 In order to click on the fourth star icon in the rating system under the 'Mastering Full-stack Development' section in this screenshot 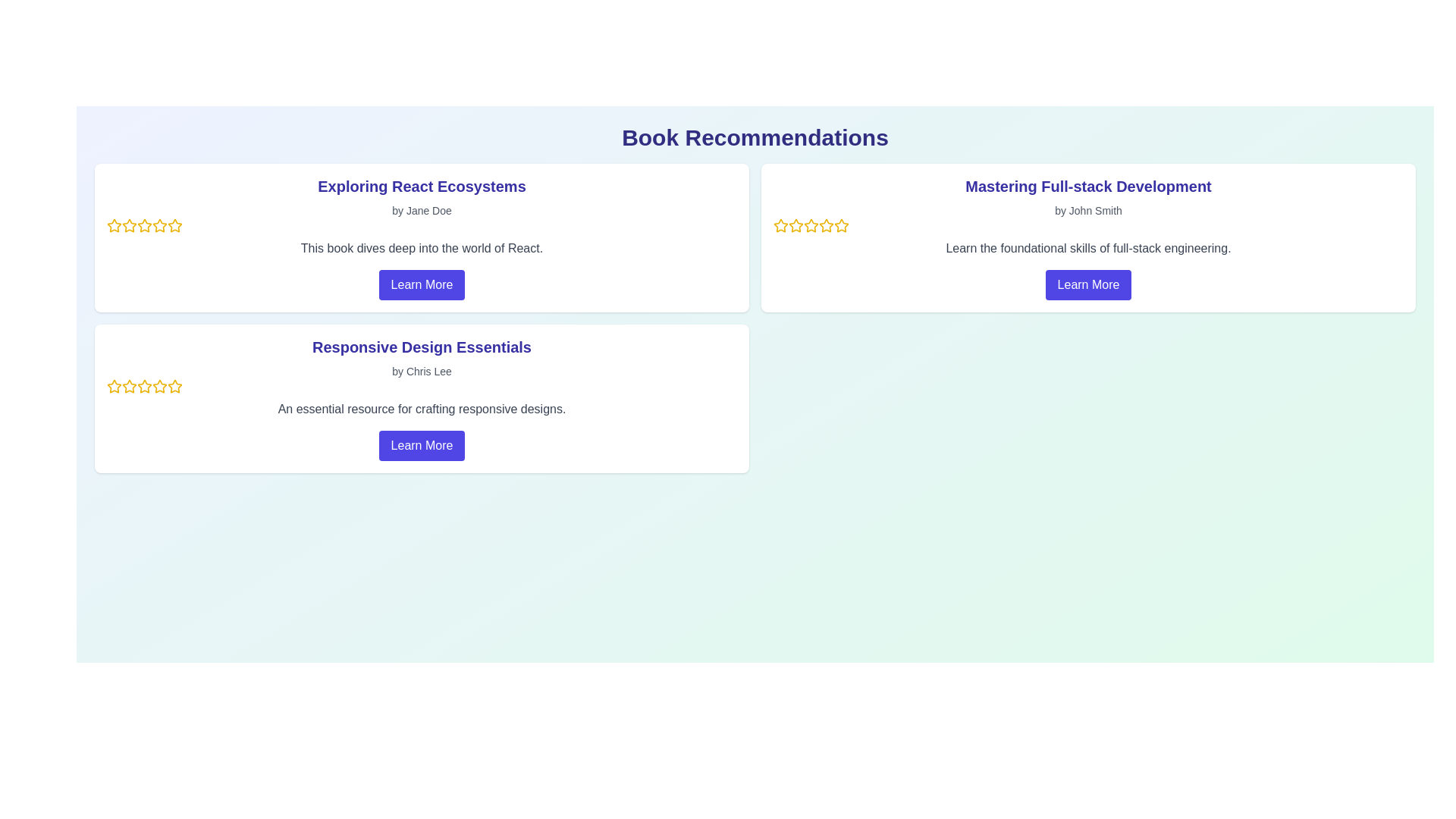, I will do `click(840, 225)`.